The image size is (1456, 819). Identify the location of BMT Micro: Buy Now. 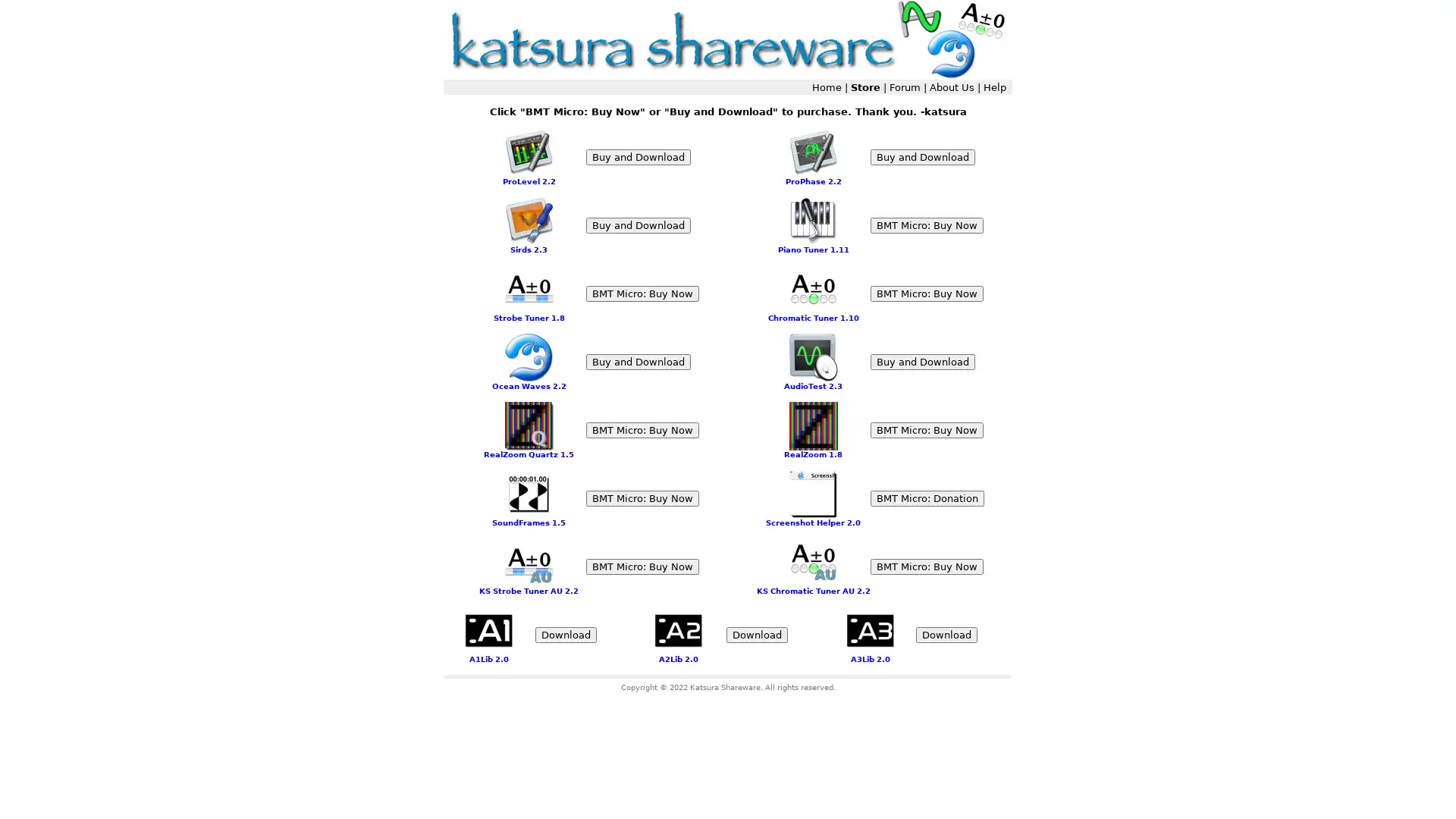
(925, 293).